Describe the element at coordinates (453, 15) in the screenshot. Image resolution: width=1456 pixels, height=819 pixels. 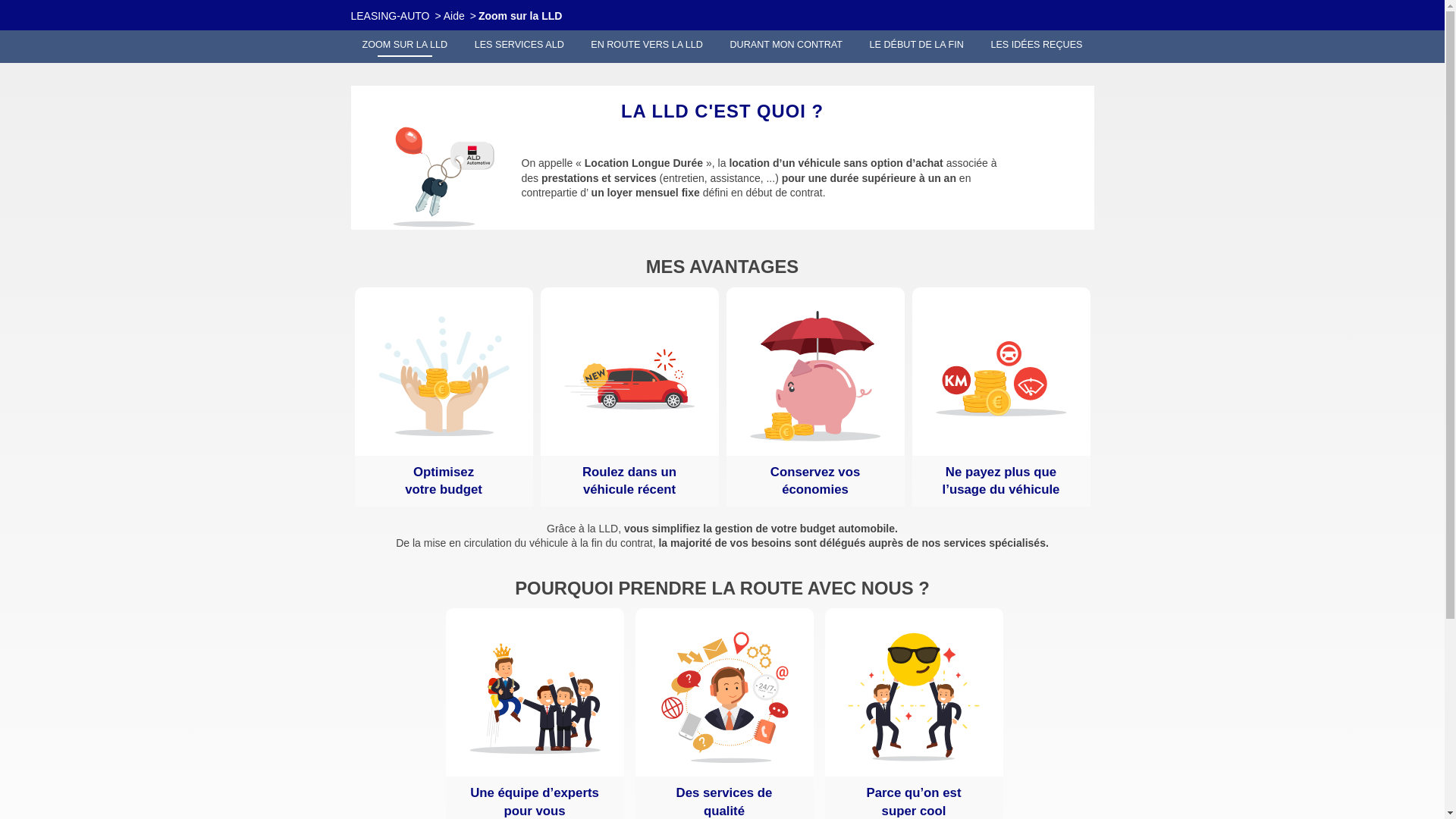
I see `'Aide'` at that location.